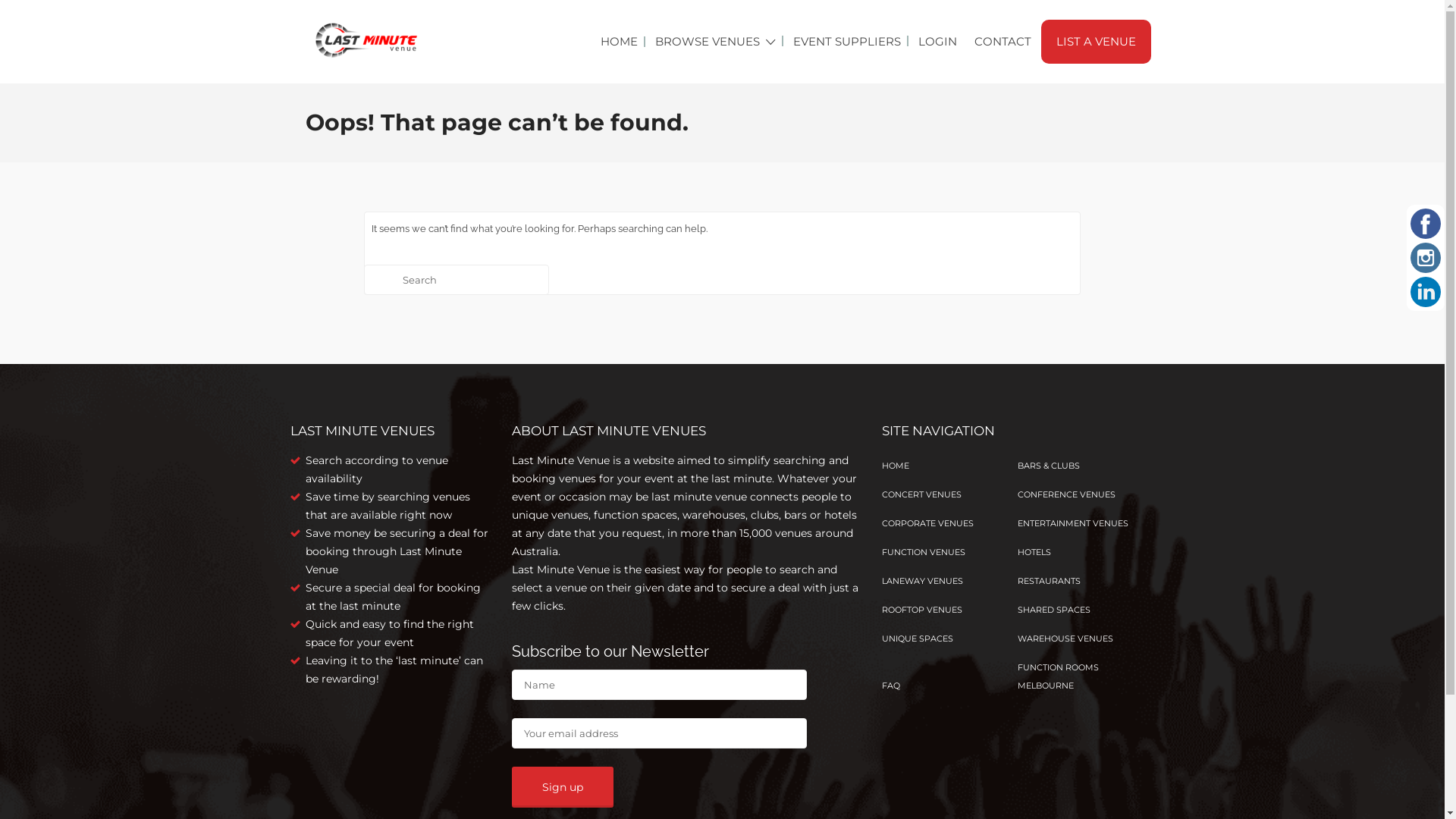 Image resolution: width=1456 pixels, height=819 pixels. I want to click on 'HOTELS', so click(1033, 552).